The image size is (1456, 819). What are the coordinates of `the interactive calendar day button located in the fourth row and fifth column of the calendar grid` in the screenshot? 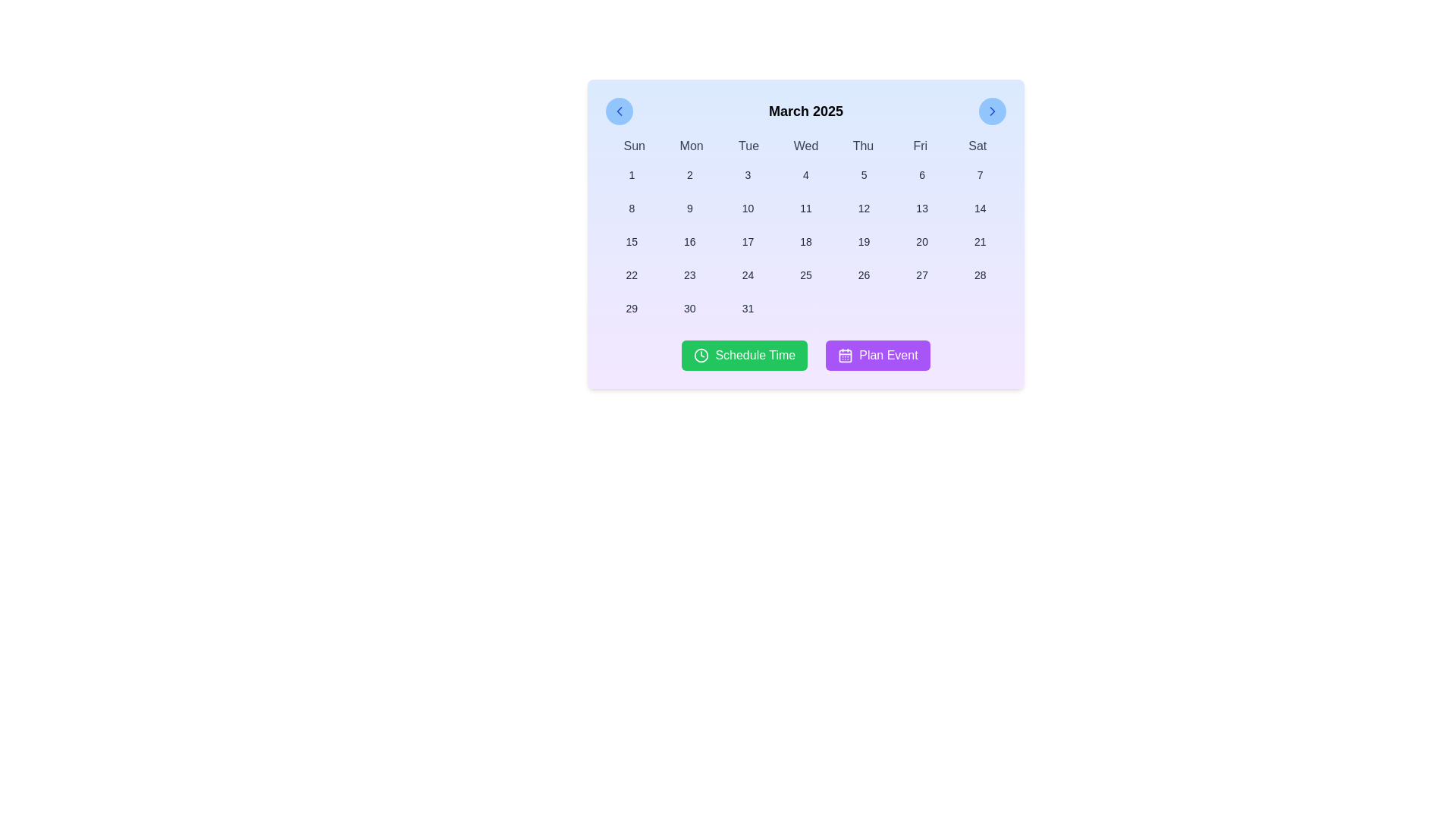 It's located at (921, 275).